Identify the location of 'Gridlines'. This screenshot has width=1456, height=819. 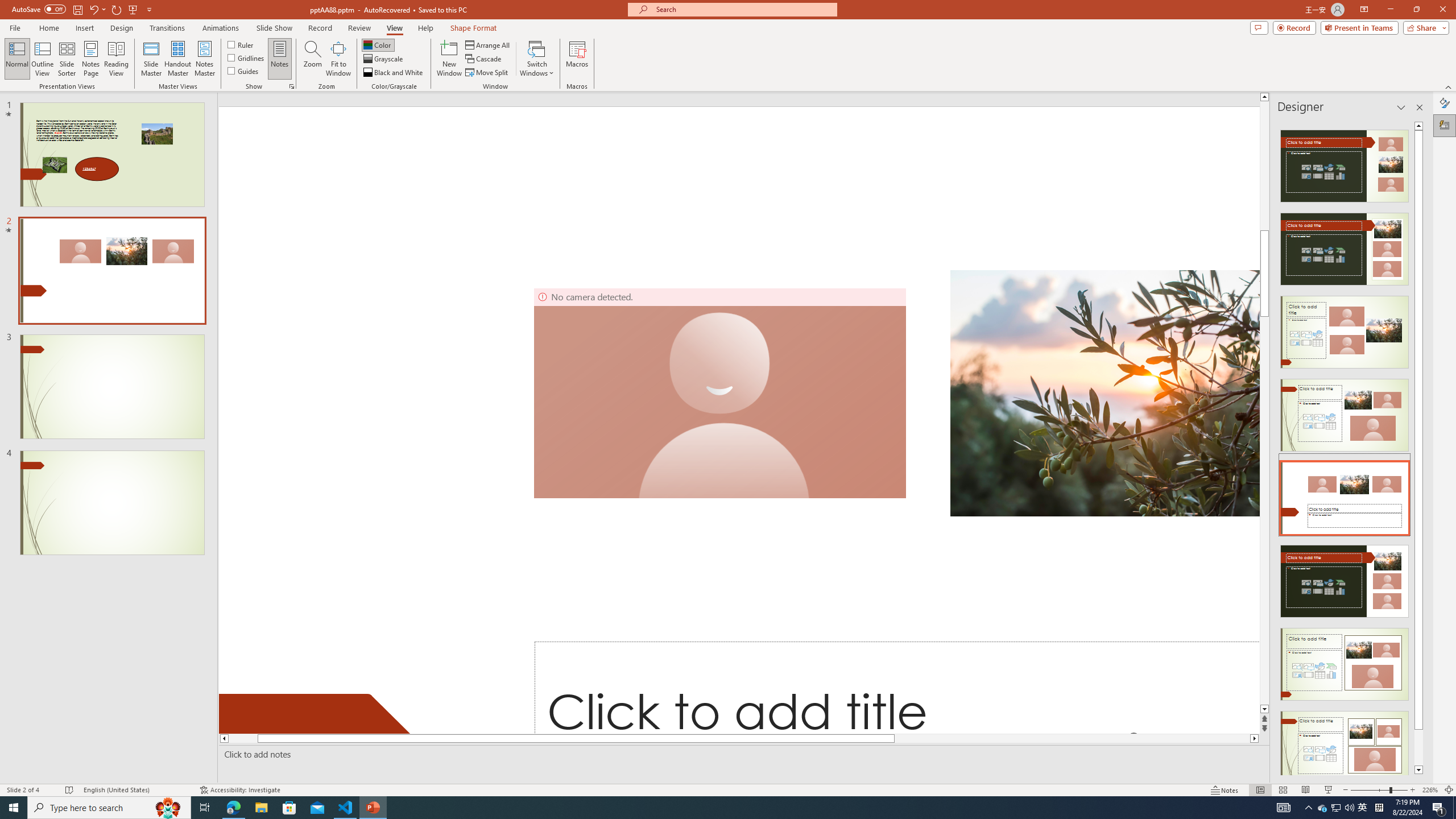
(246, 56).